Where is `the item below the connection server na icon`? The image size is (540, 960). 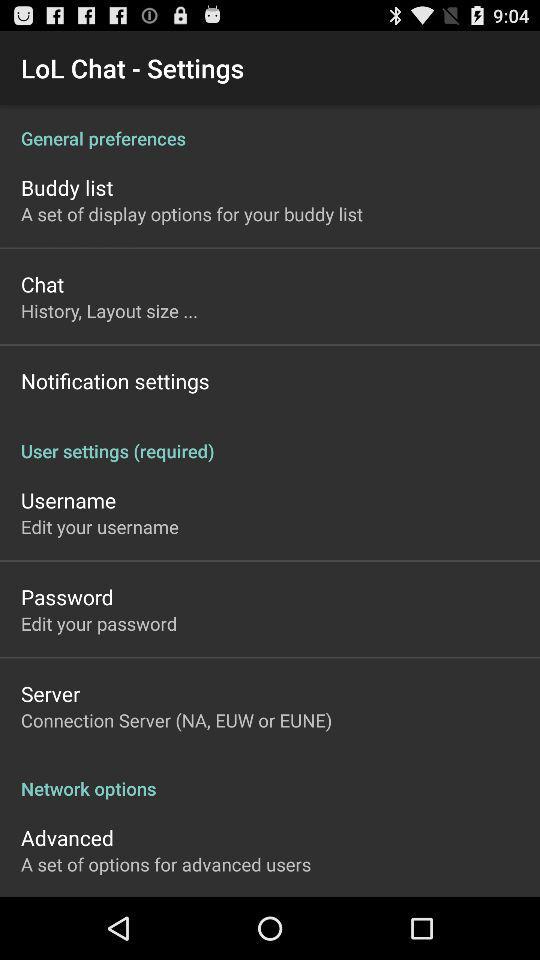
the item below the connection server na icon is located at coordinates (270, 777).